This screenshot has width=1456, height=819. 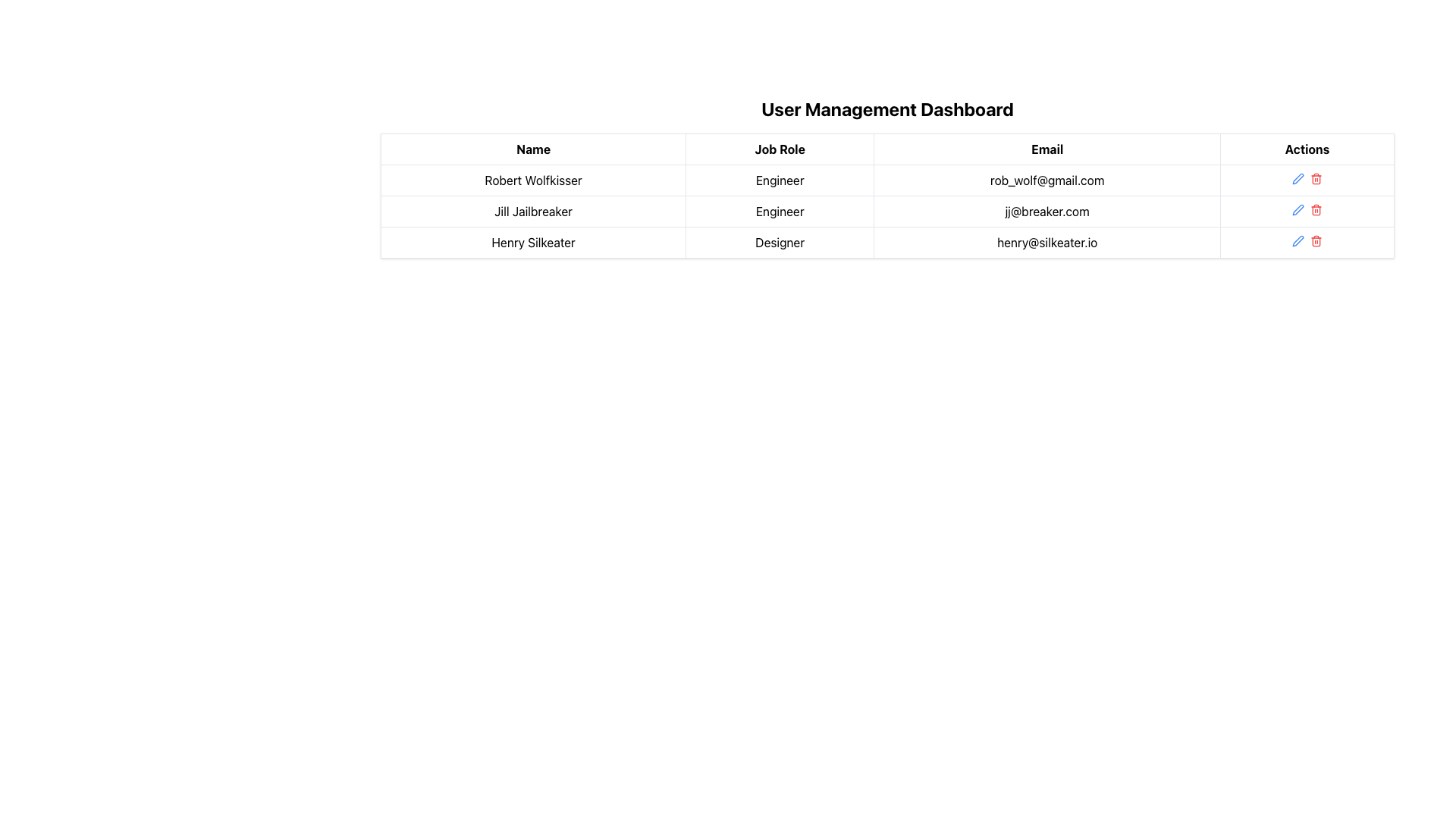 What do you see at coordinates (1316, 210) in the screenshot?
I see `the trash can icon in the Actions column` at bounding box center [1316, 210].